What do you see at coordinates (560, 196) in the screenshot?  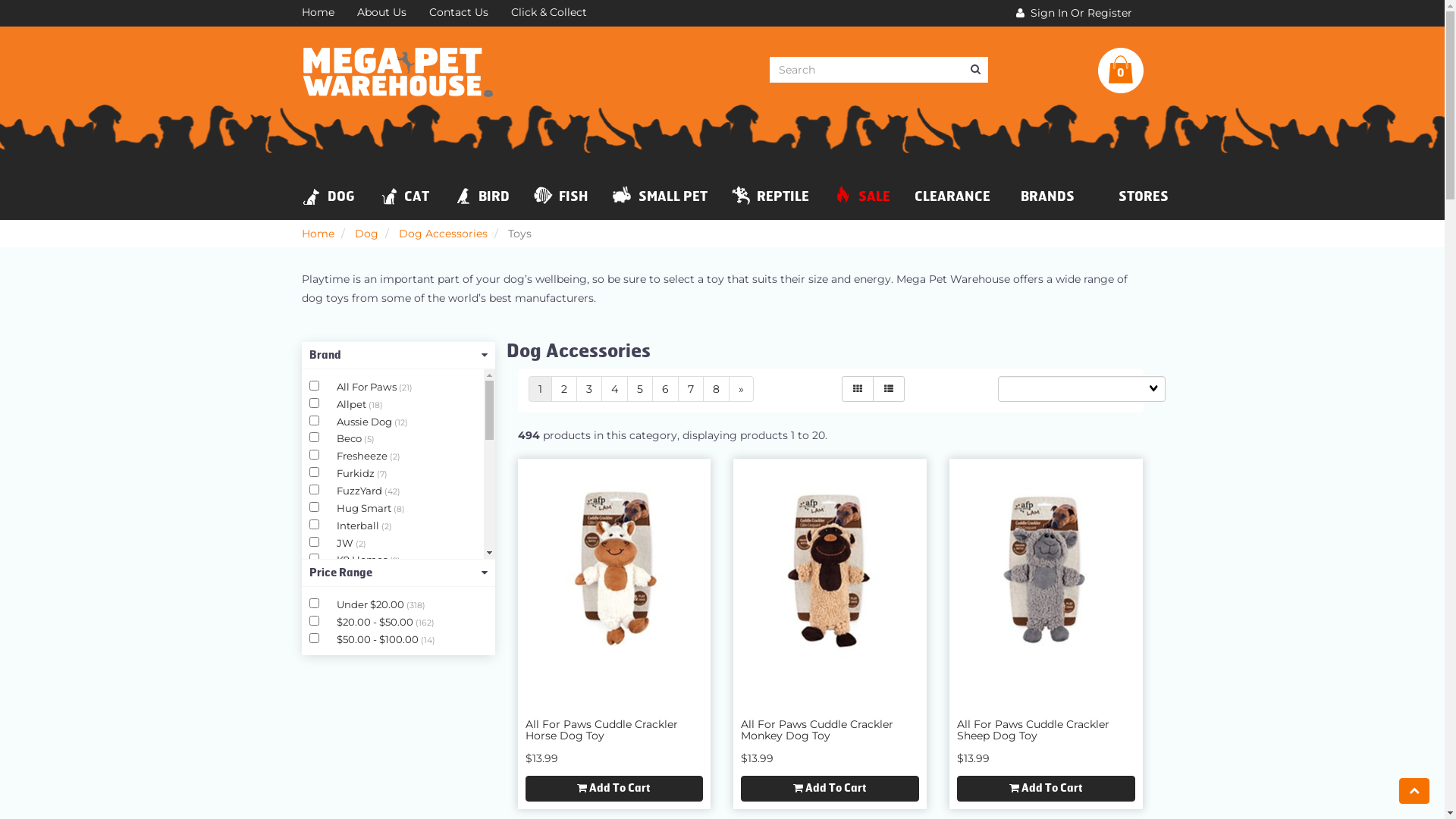 I see `'FISH'` at bounding box center [560, 196].